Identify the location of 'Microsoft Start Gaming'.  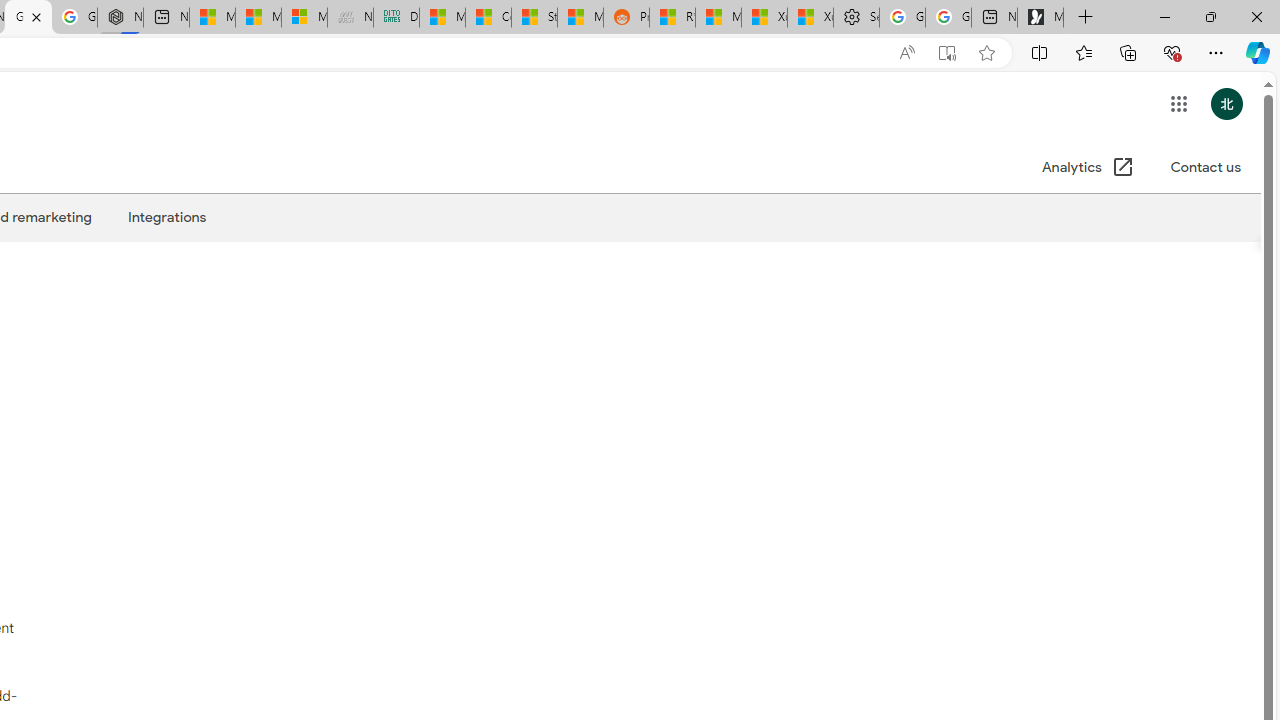
(1040, 17).